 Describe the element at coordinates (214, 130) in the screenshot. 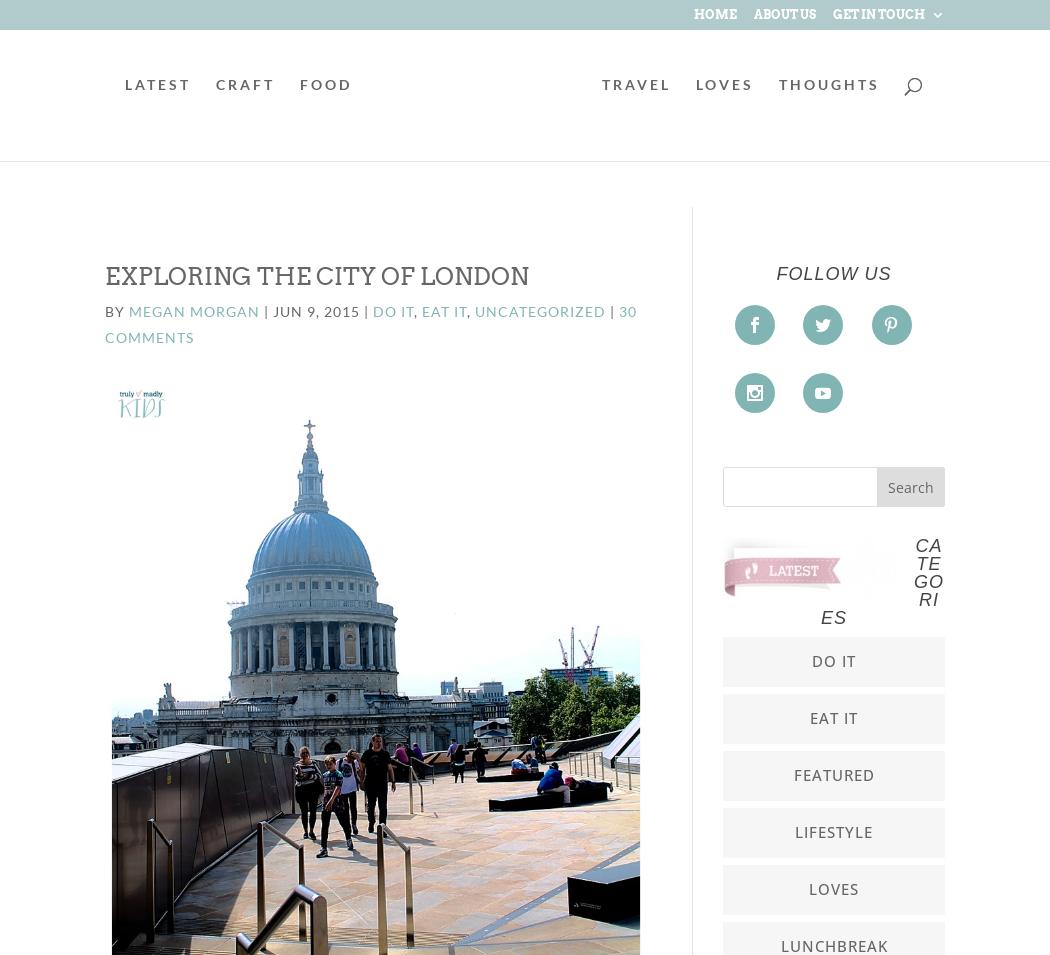

I see `'CRAFT'` at that location.